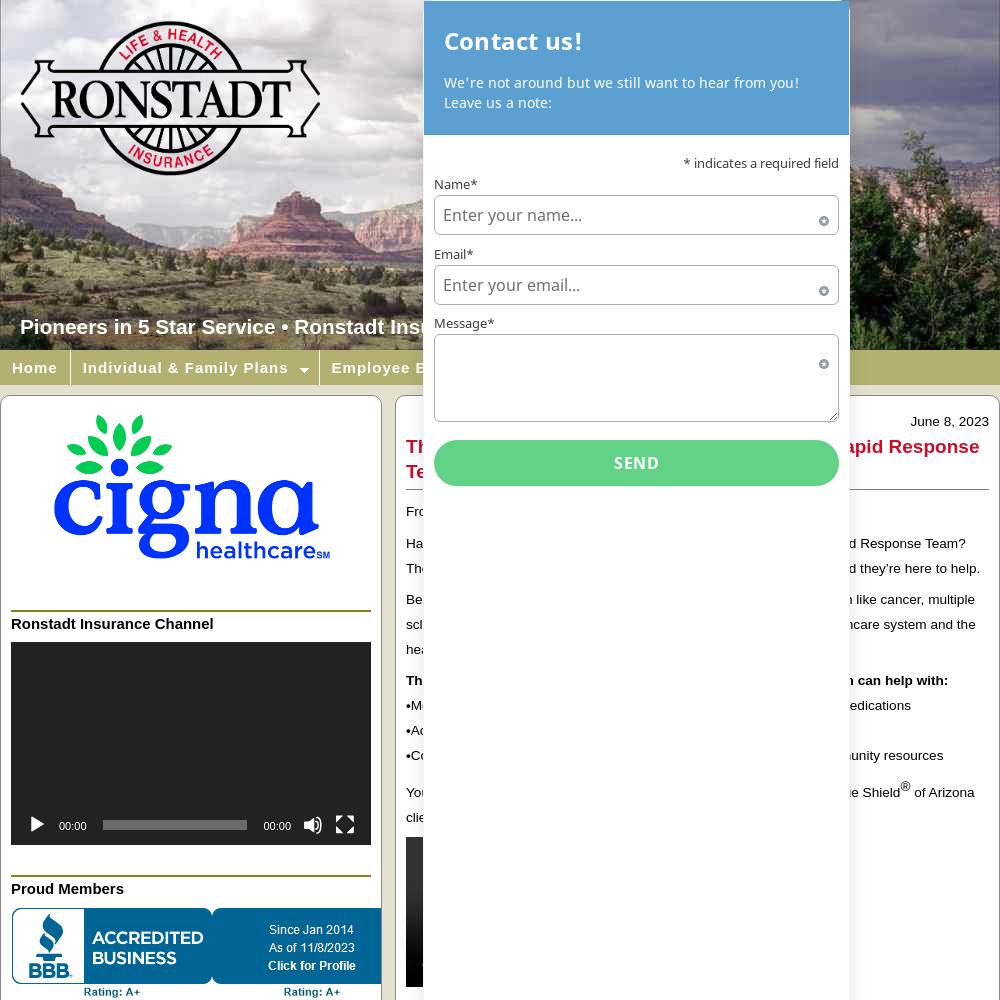  Describe the element at coordinates (948, 421) in the screenshot. I see `'June 8, 2023'` at that location.